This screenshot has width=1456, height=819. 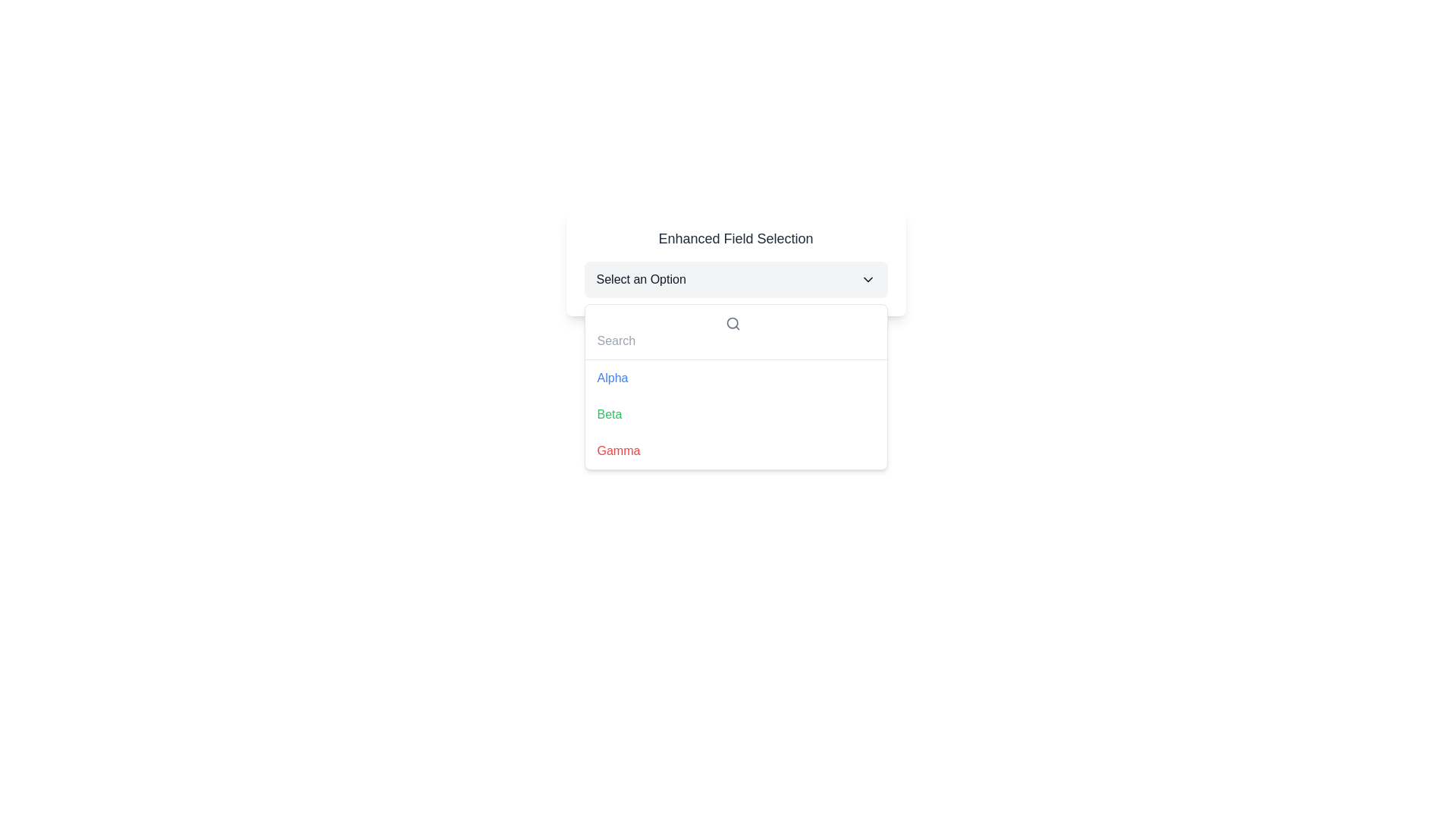 I want to click on the downward-pointing chevron icon located to the far right of 'Select an Option' within the dropdown selection field, so click(x=868, y=280).